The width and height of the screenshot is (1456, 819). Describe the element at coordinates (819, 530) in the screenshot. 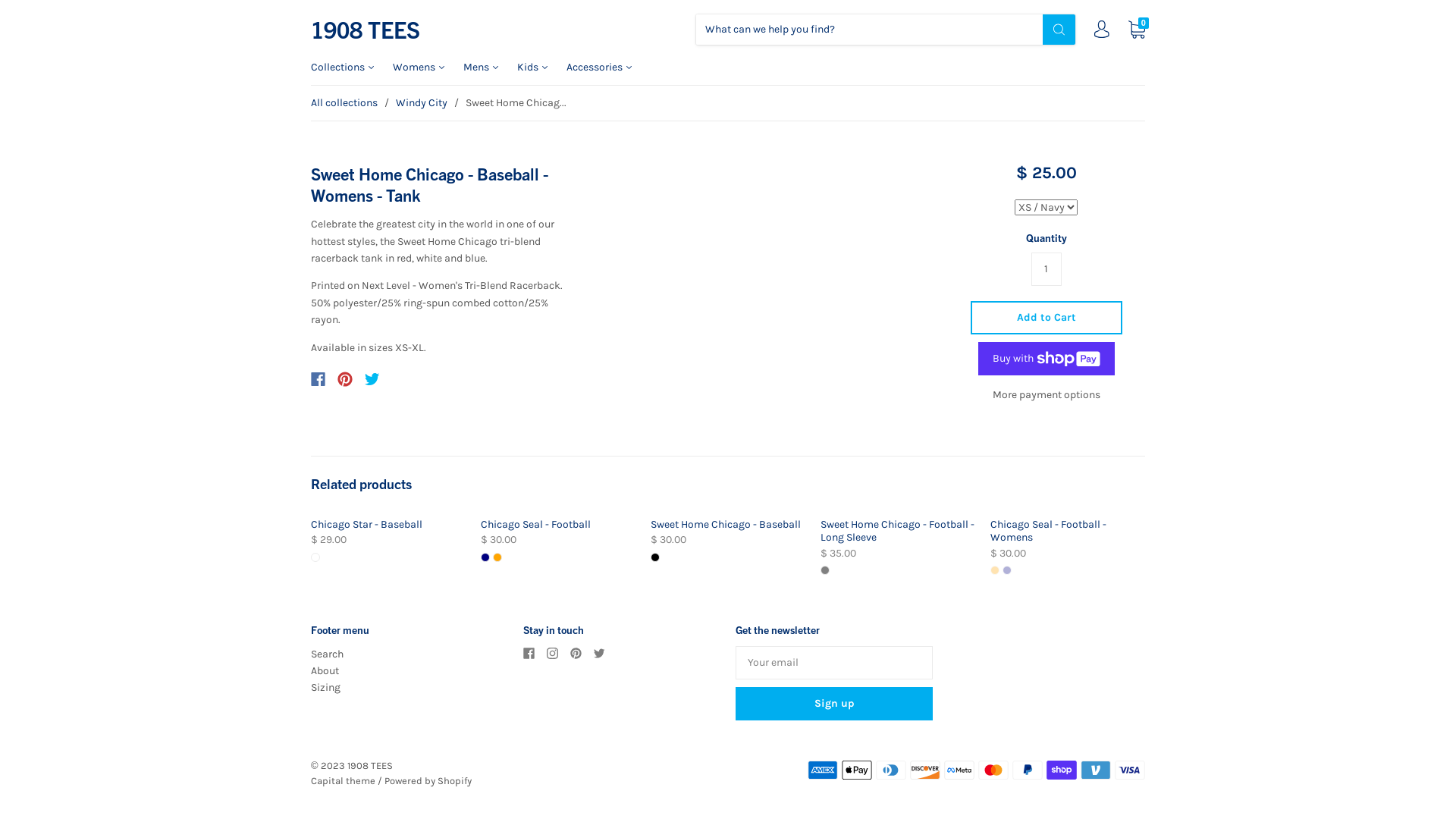

I see `'Sweet Home Chicago - Football - Long Sleeve'` at that location.